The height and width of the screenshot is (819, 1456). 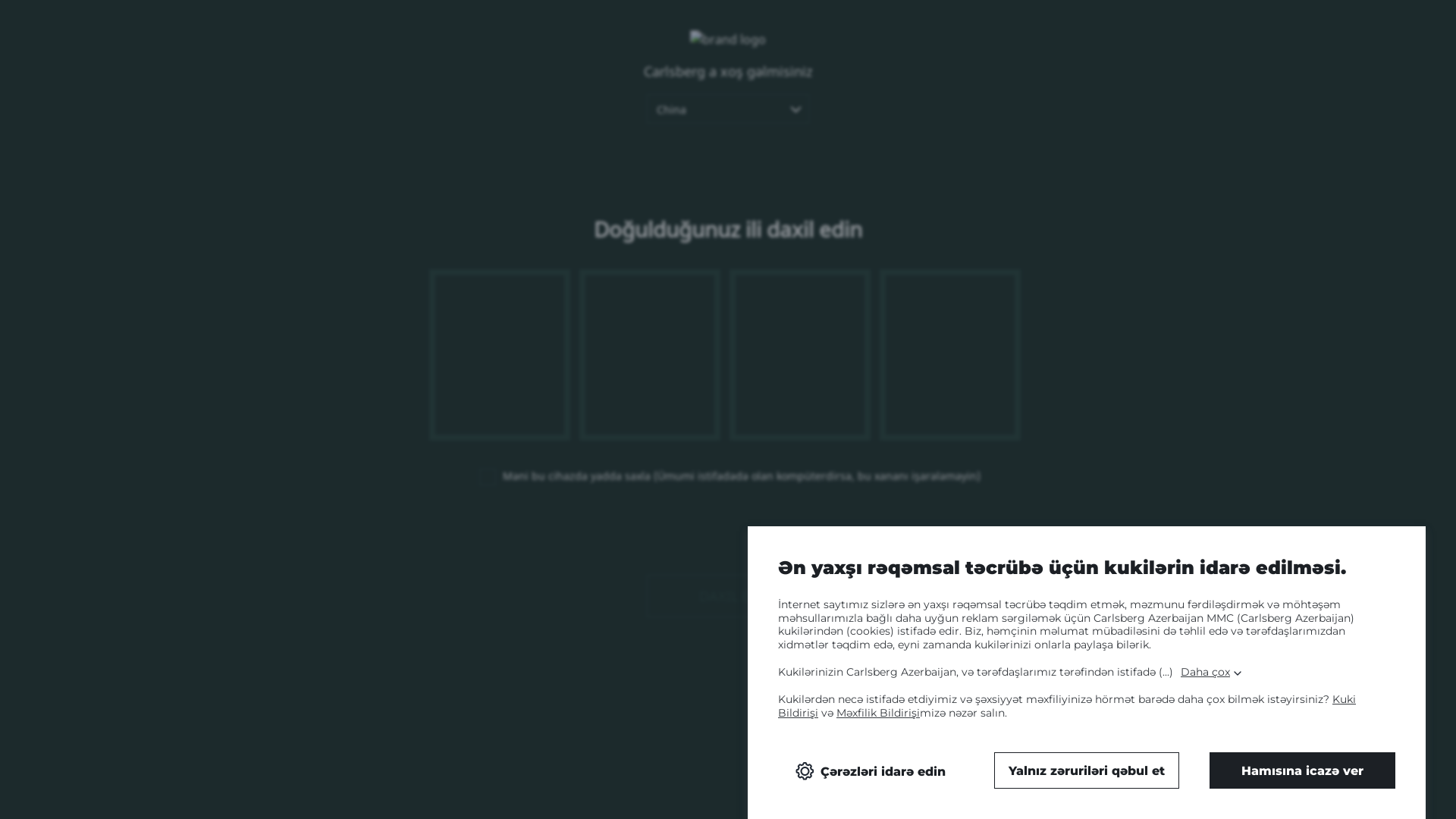 I want to click on 'China', so click(x=647, y=108).